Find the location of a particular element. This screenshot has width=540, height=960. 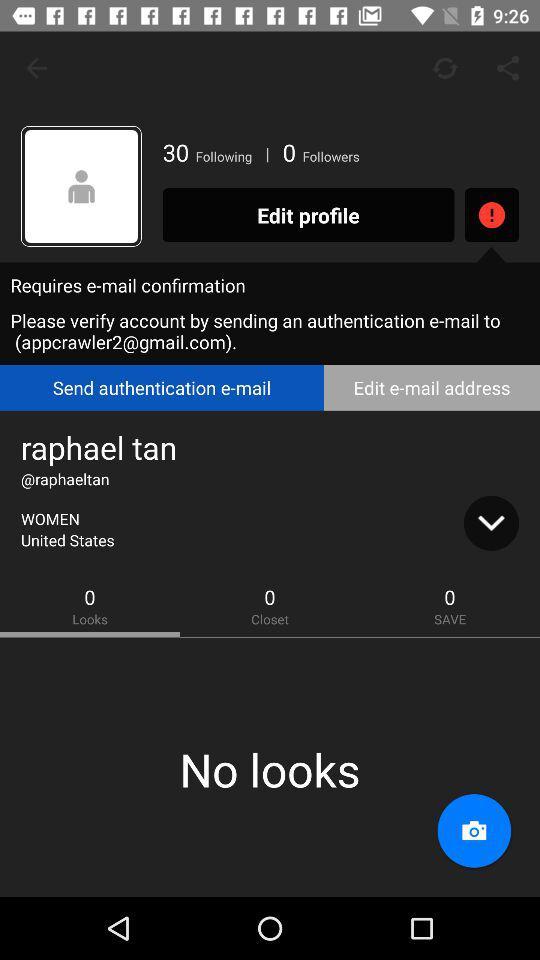

drop down menu is located at coordinates (490, 522).